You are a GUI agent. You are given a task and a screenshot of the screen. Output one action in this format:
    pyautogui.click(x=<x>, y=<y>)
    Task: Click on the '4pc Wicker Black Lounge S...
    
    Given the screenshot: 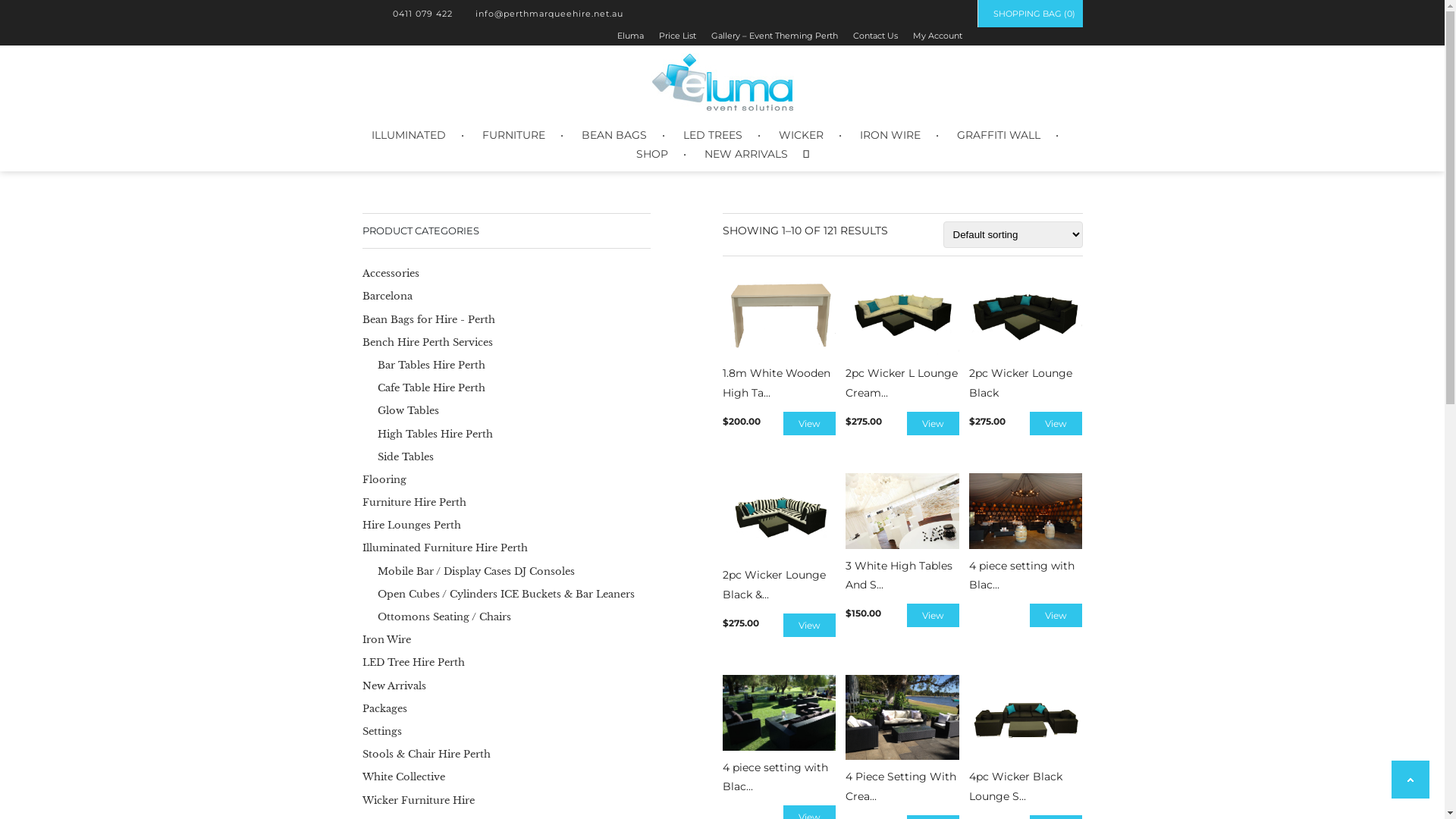 What is the action you would take?
    pyautogui.click(x=1026, y=739)
    